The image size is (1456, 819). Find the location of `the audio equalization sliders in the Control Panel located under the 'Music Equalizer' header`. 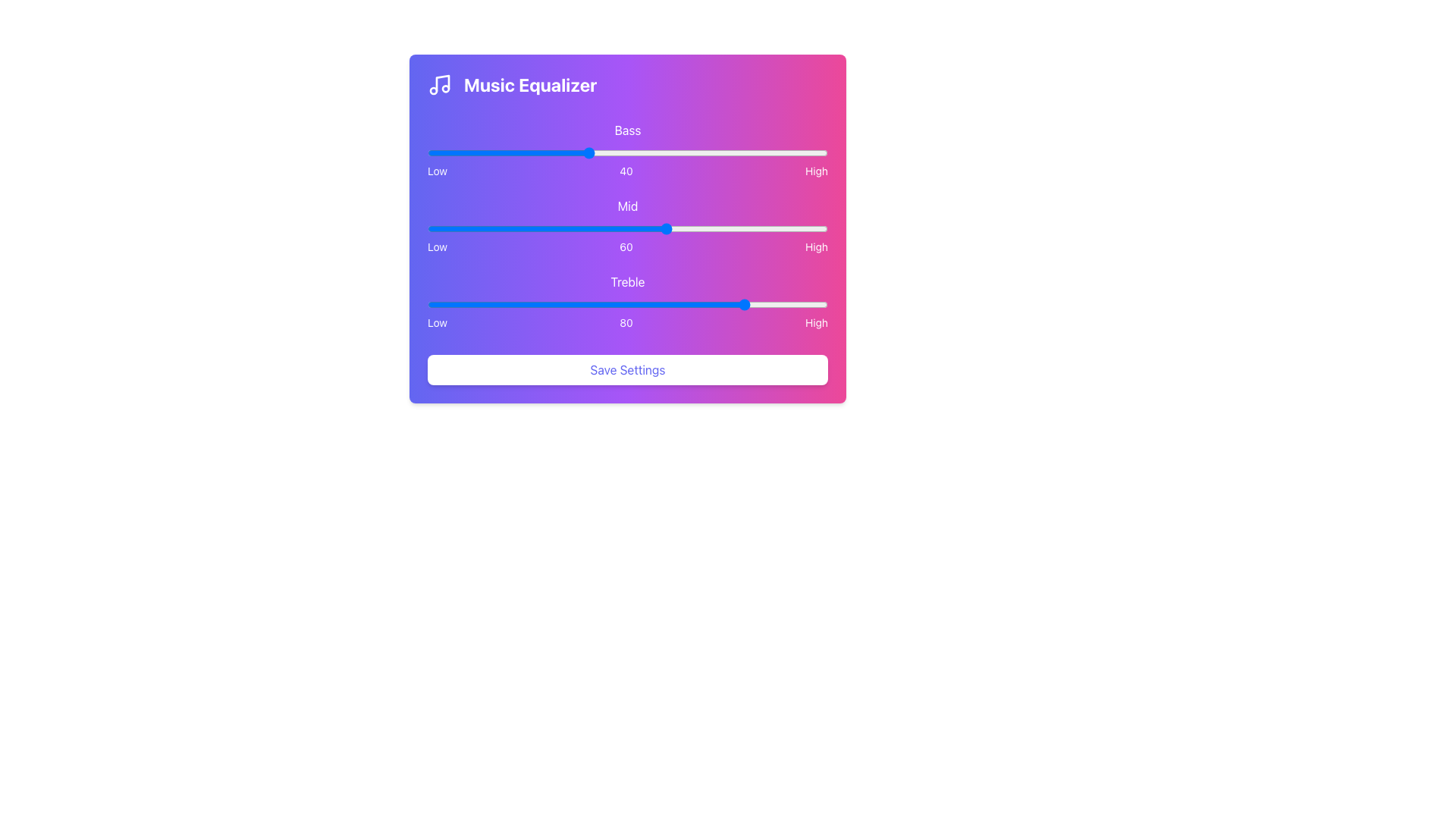

the audio equalization sliders in the Control Panel located under the 'Music Equalizer' header is located at coordinates (628, 225).